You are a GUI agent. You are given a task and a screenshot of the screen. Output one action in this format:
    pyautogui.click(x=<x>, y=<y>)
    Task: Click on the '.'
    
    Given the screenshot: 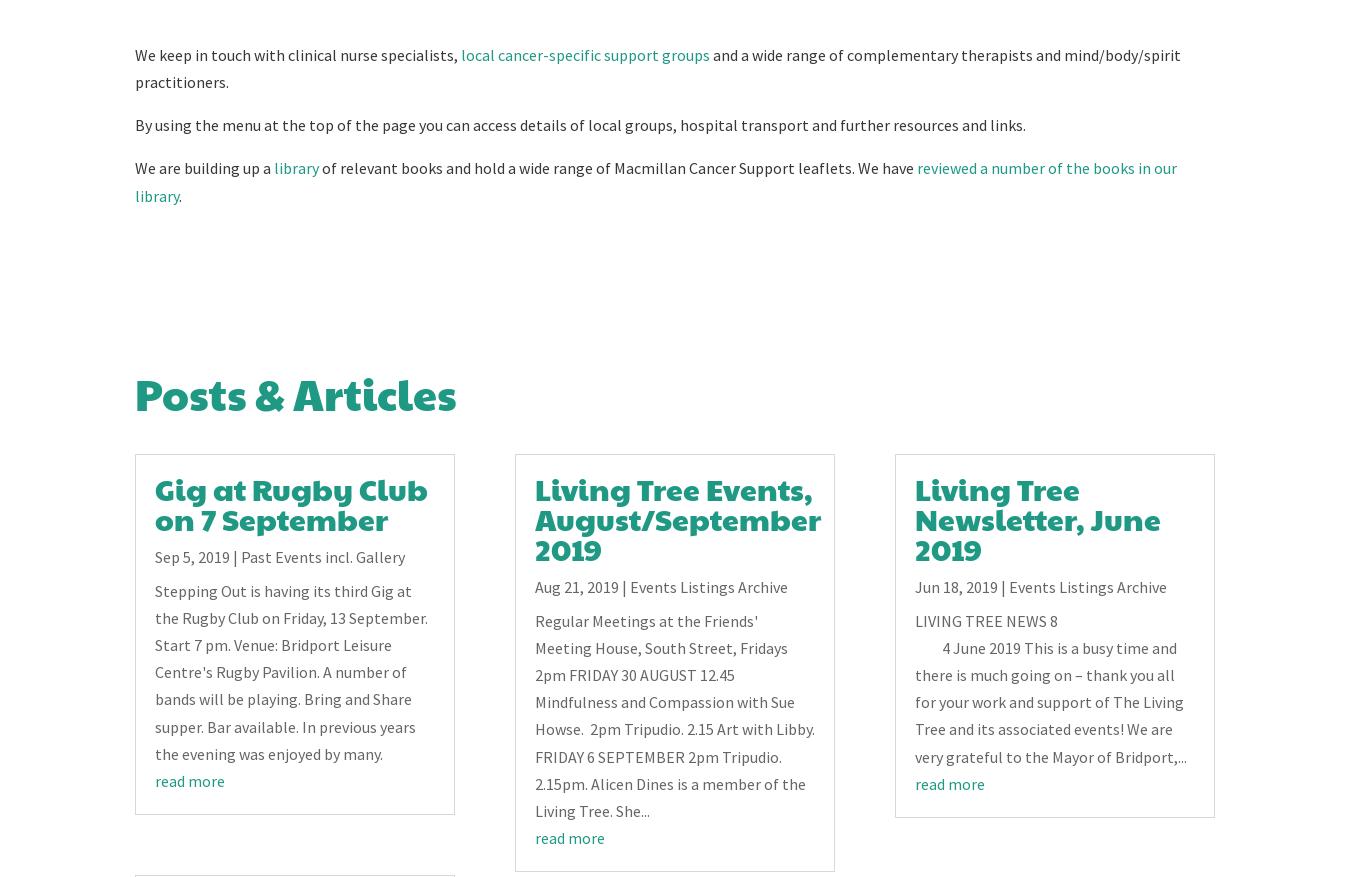 What is the action you would take?
    pyautogui.click(x=180, y=194)
    